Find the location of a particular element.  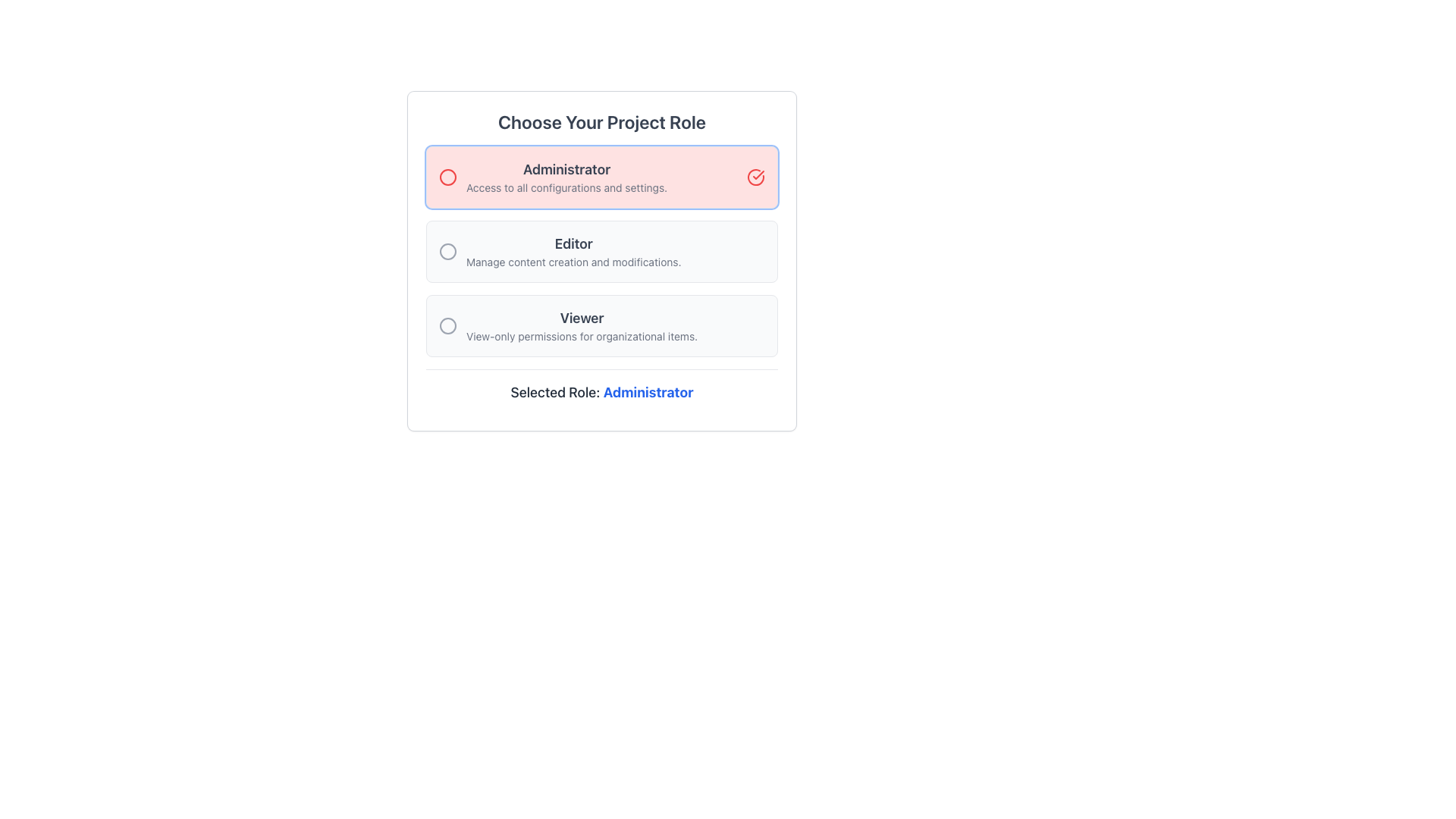

the red graphical checkmark within the circular icon indicating confirmation next to the 'Administrator' role selection area is located at coordinates (758, 174).